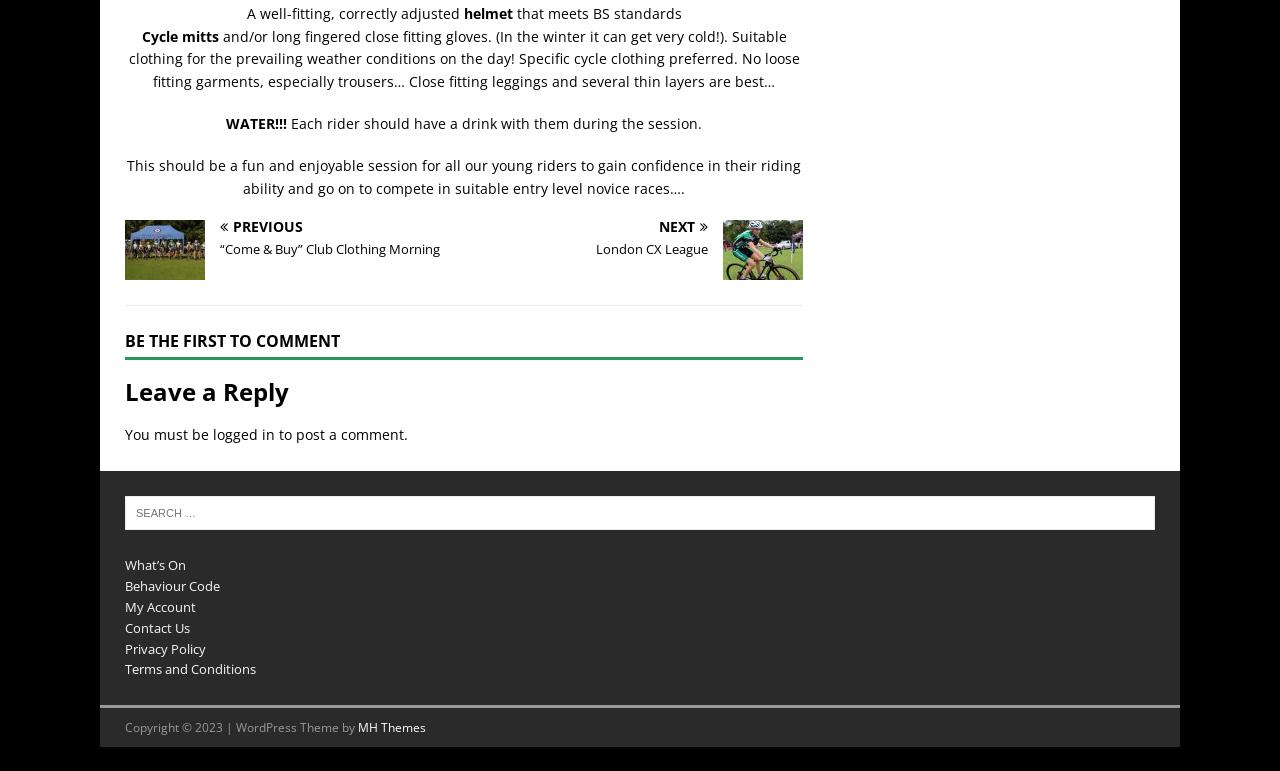  Describe the element at coordinates (124, 606) in the screenshot. I see `'My Account'` at that location.